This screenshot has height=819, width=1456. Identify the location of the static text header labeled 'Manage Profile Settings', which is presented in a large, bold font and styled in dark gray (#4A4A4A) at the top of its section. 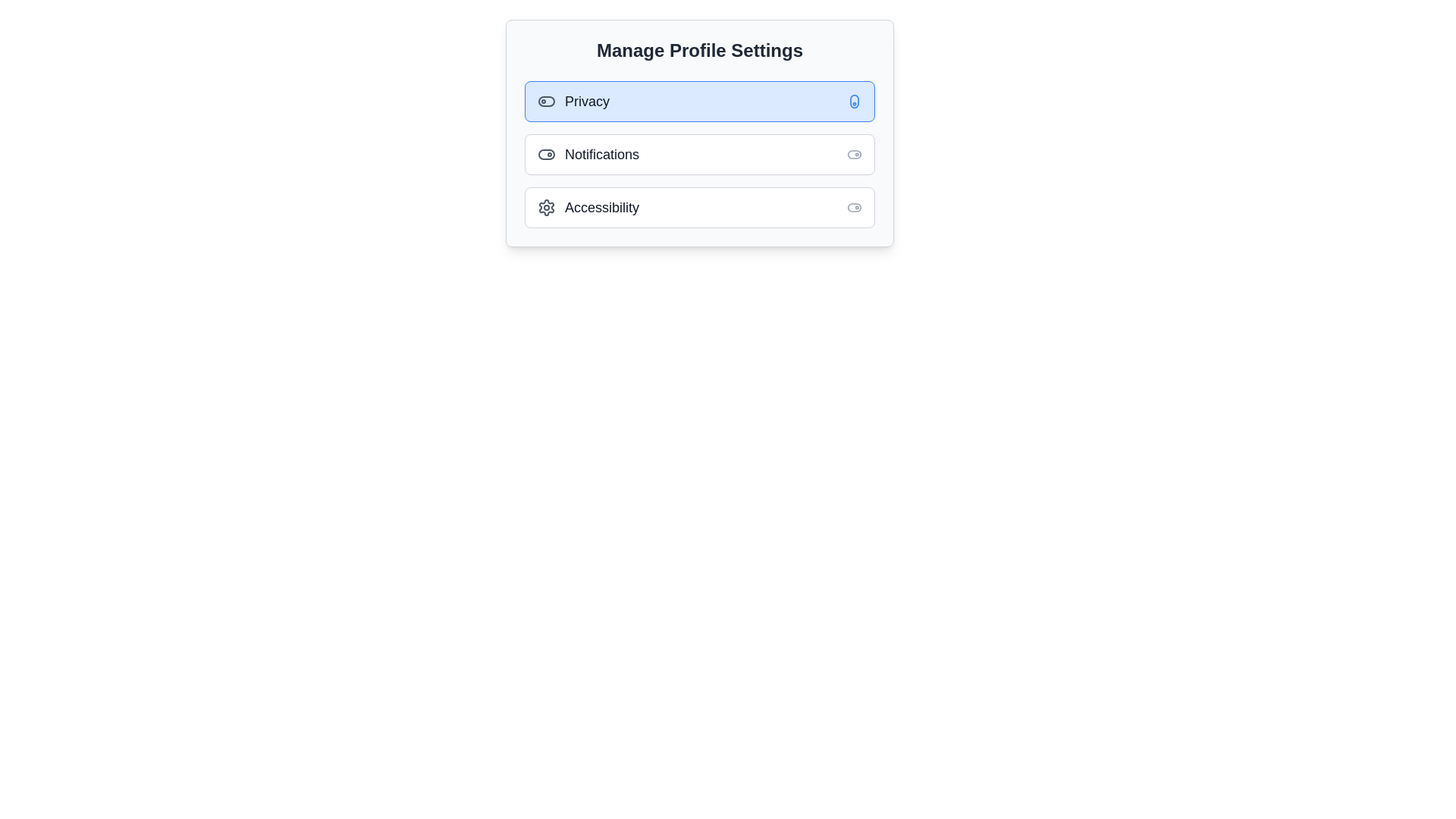
(698, 49).